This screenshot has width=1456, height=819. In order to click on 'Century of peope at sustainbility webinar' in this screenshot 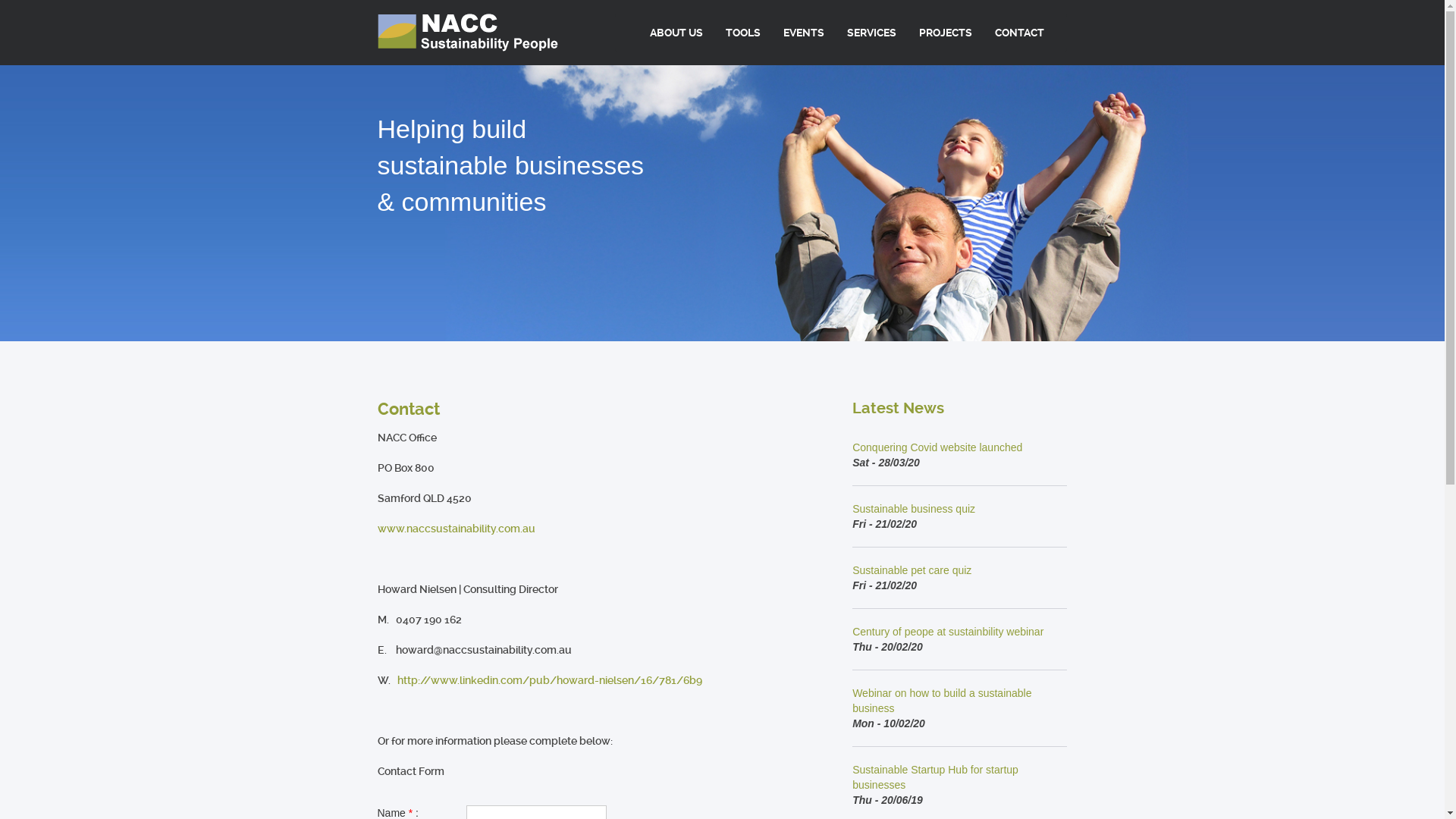, I will do `click(946, 632)`.